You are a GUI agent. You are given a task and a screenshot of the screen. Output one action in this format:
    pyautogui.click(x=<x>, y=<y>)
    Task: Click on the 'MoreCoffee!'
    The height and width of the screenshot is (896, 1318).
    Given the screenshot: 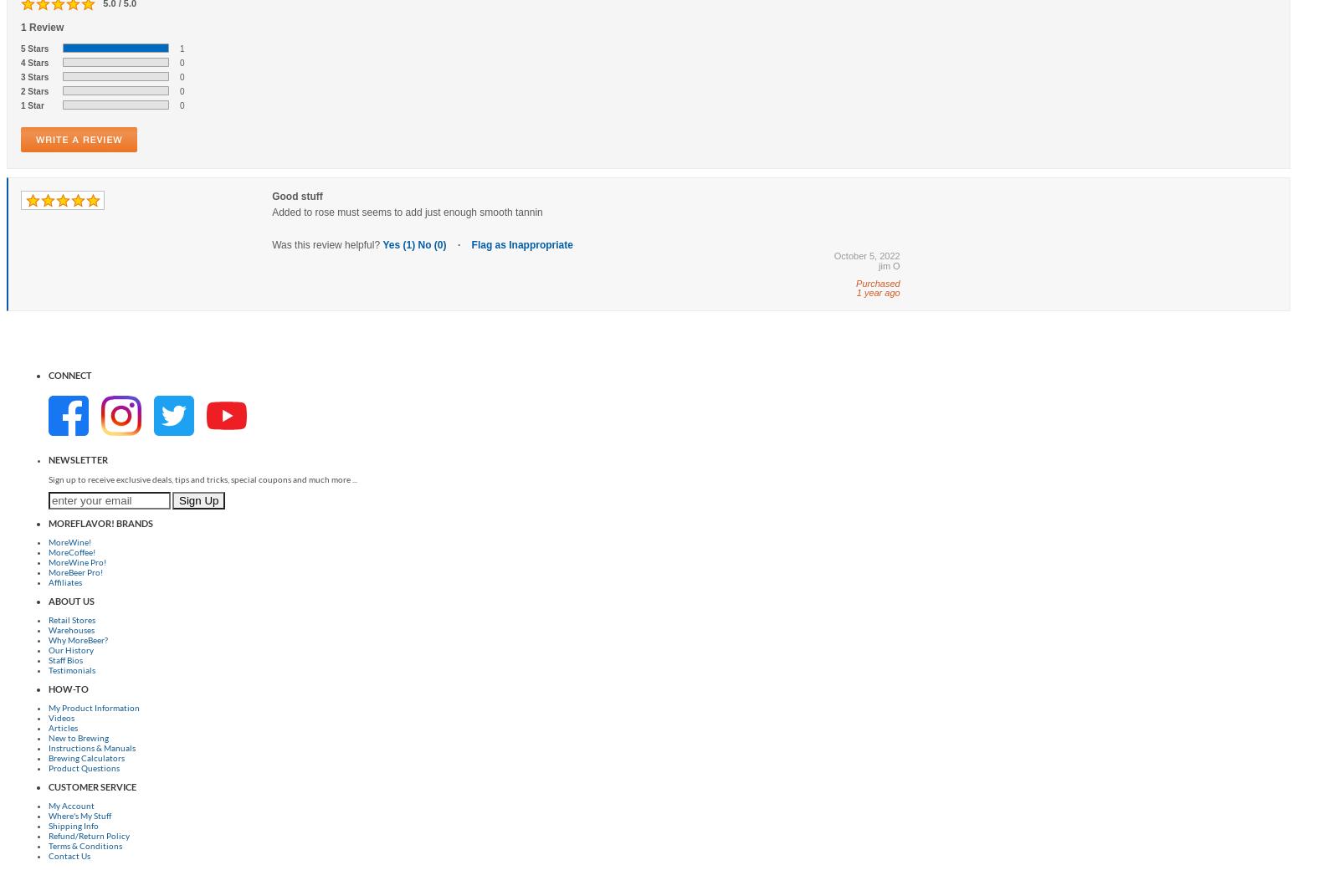 What is the action you would take?
    pyautogui.click(x=70, y=550)
    